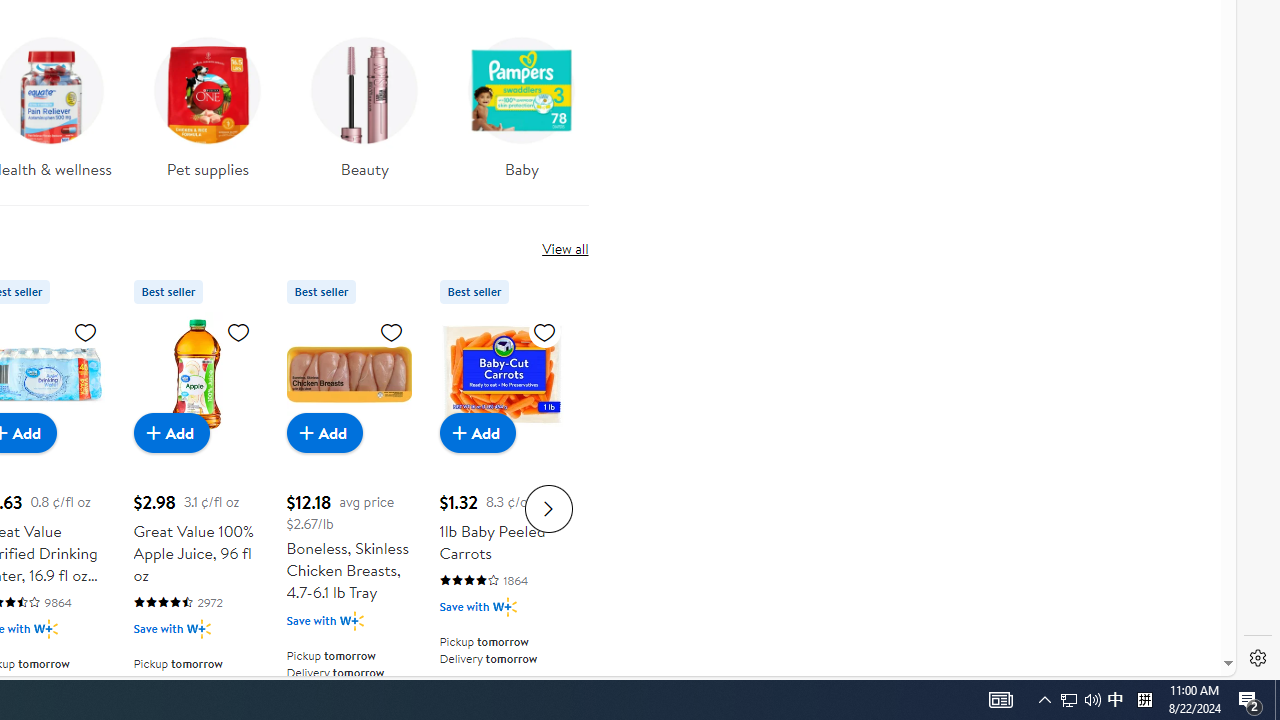  Describe the element at coordinates (364, 114) in the screenshot. I see `'Beauty'` at that location.